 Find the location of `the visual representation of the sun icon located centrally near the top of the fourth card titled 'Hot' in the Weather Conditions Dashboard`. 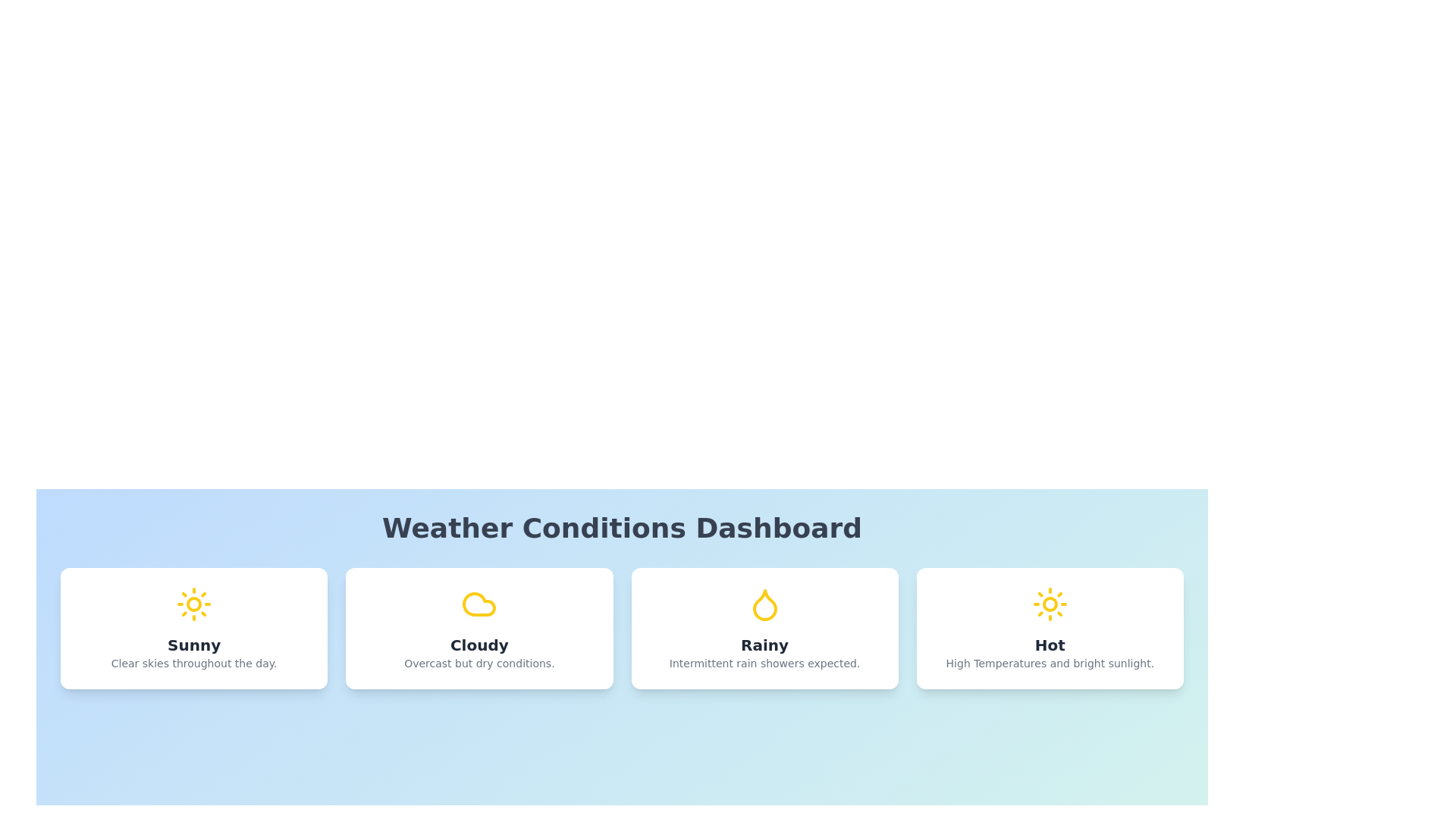

the visual representation of the sun icon located centrally near the top of the fourth card titled 'Hot' in the Weather Conditions Dashboard is located at coordinates (1049, 604).